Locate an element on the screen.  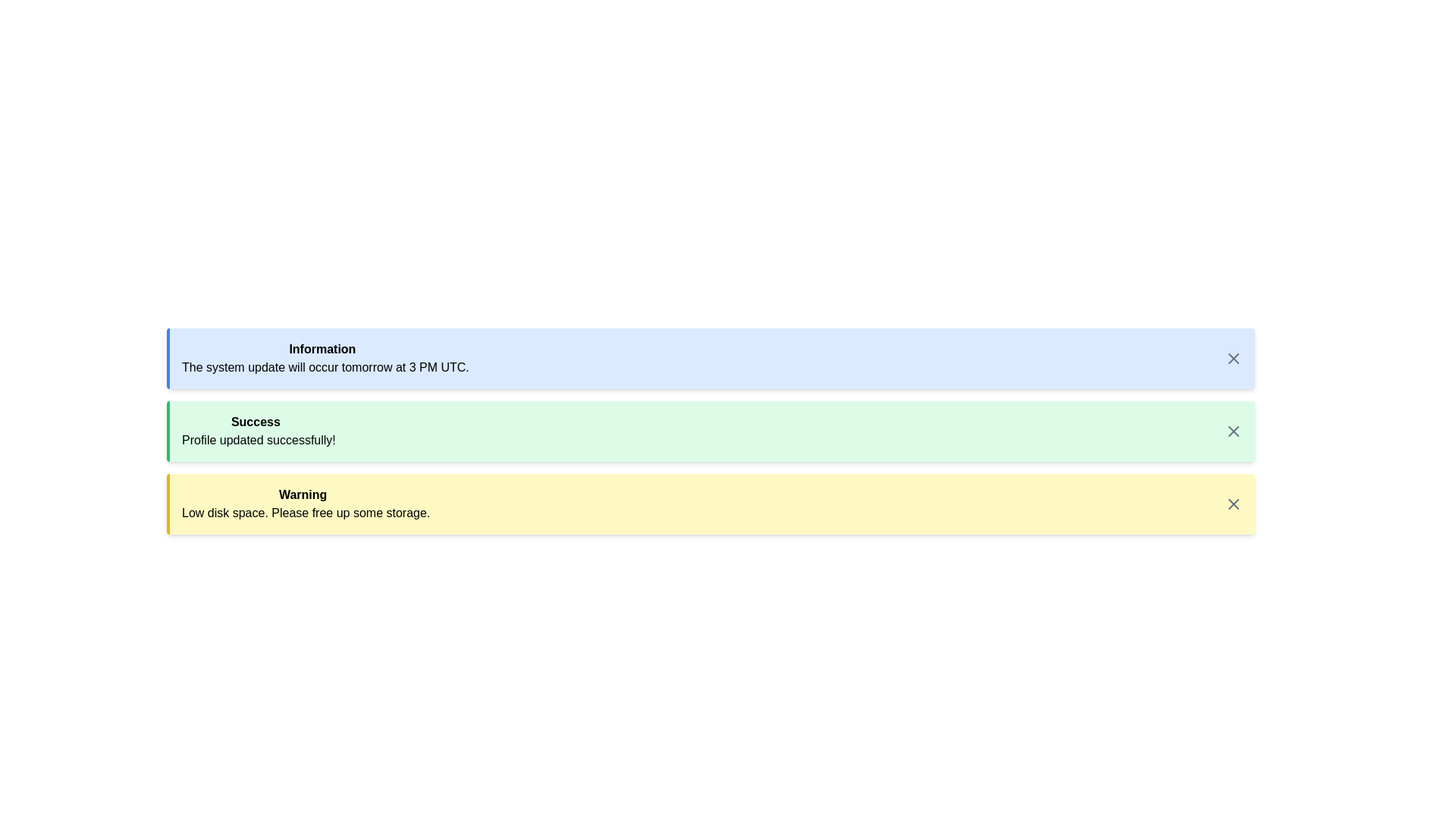
the close button located on the far-right edge of the notification bar is located at coordinates (1234, 504).